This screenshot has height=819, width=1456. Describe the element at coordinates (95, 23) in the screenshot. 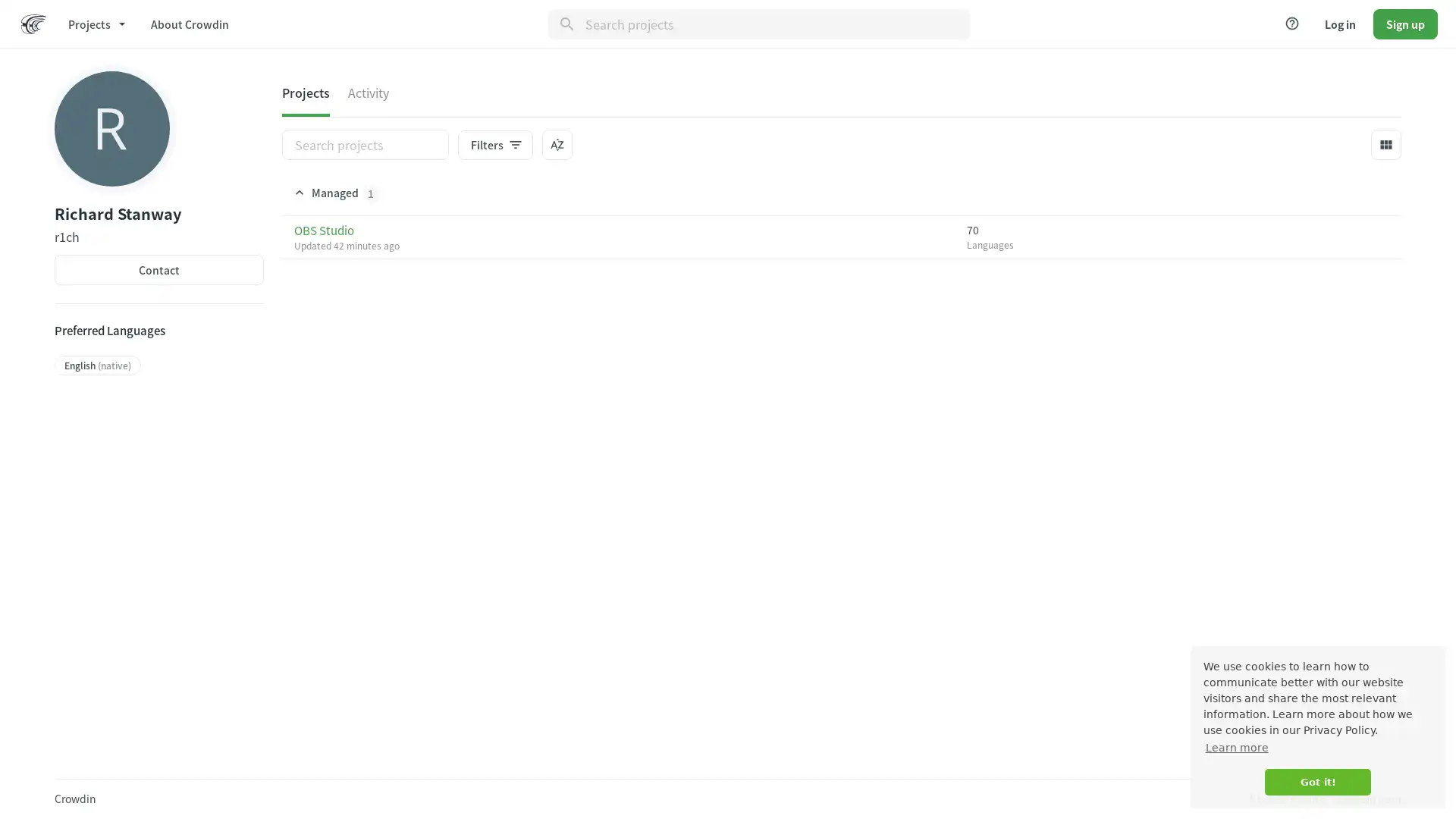

I see `Projects` at that location.